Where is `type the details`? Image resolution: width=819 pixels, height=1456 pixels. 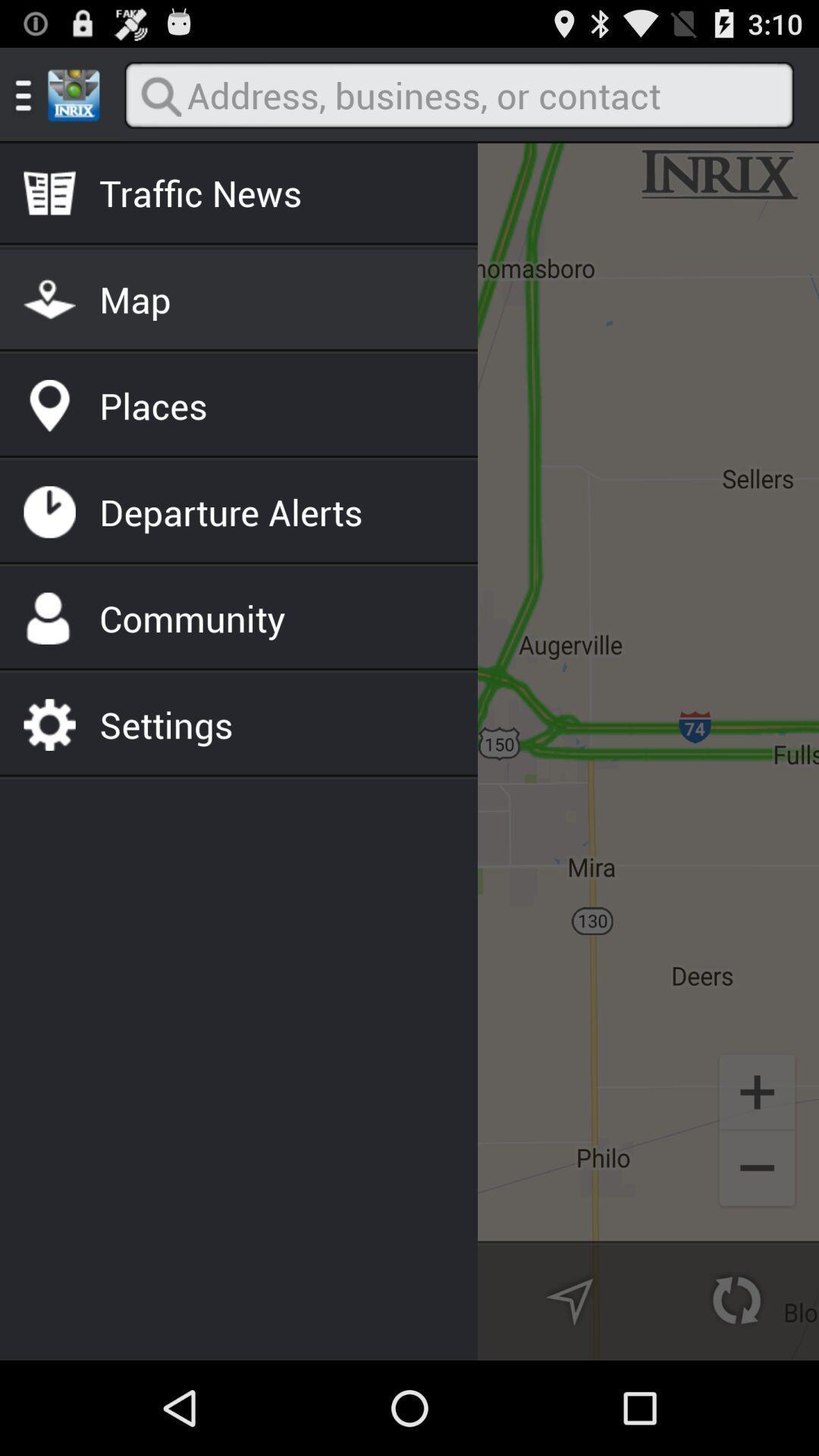
type the details is located at coordinates (458, 94).